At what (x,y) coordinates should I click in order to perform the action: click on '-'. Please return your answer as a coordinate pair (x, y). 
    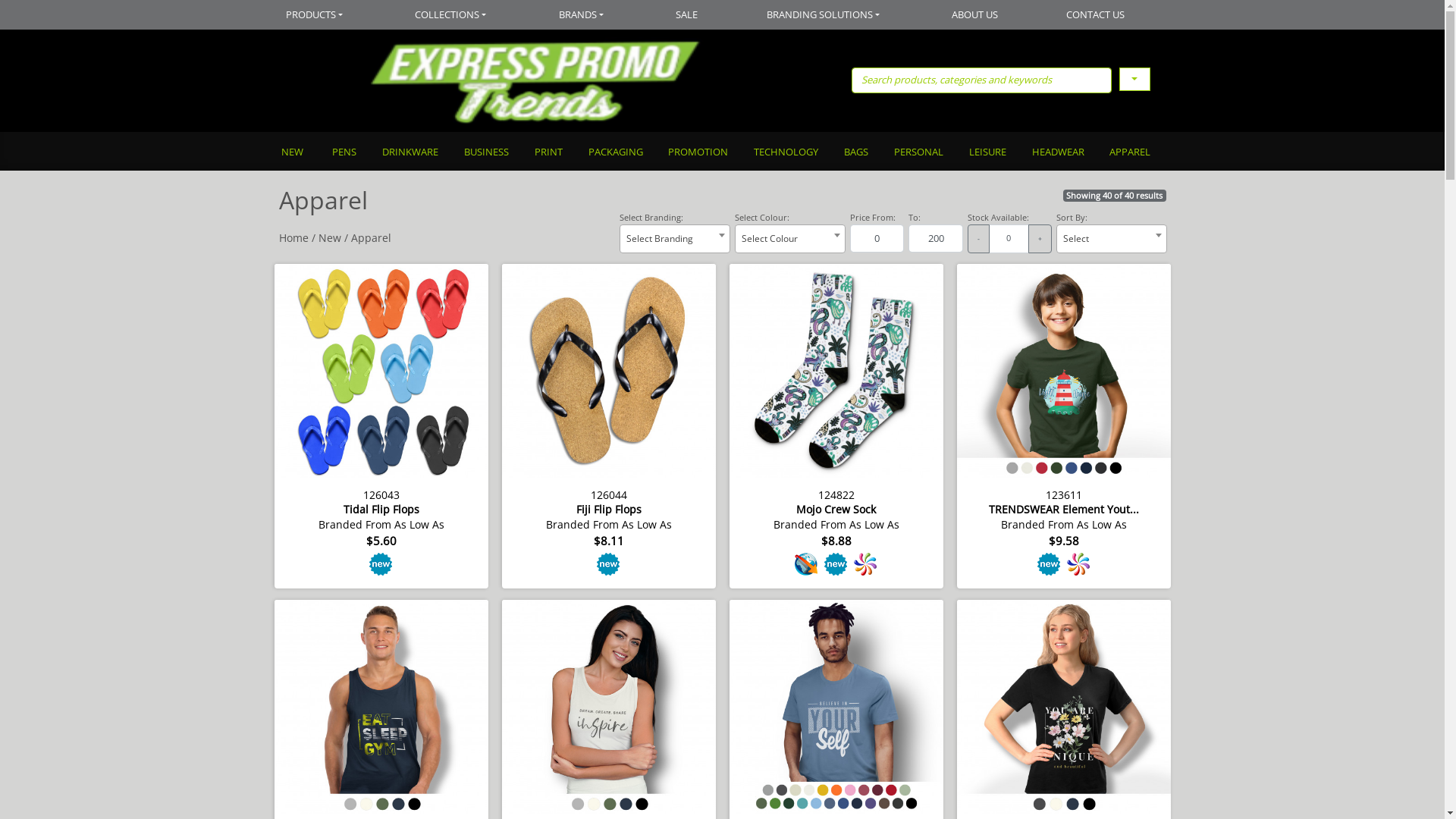
    Looking at the image, I should click on (978, 239).